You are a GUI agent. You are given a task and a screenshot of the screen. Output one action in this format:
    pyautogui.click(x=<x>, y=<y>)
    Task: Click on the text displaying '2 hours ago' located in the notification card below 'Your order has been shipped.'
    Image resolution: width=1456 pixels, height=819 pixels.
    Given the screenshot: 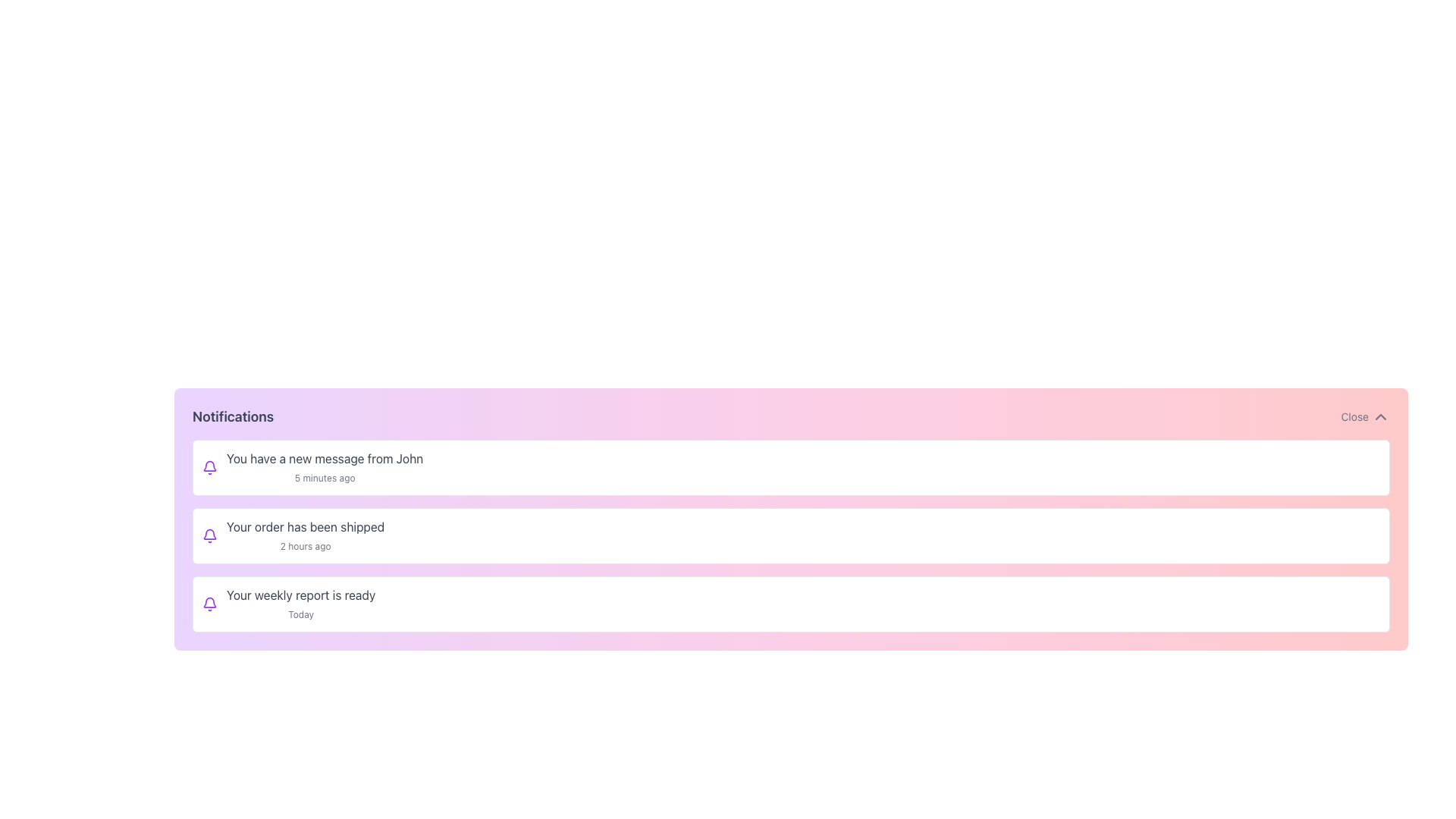 What is the action you would take?
    pyautogui.click(x=305, y=546)
    